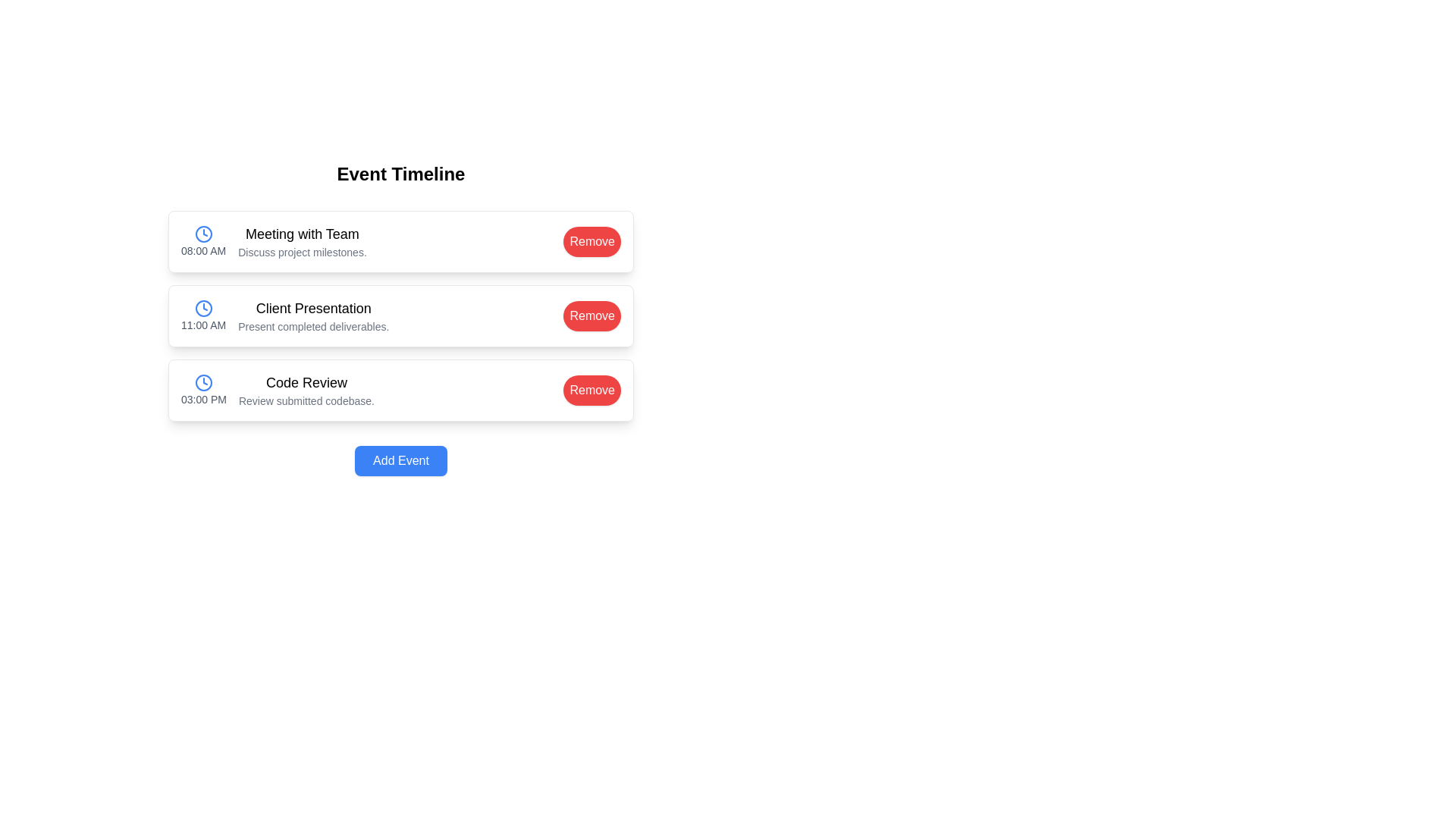 The width and height of the screenshot is (1456, 819). Describe the element at coordinates (312, 308) in the screenshot. I see `the text label that serves as the title or main identifier of the event card located in the second card of the event timeline list` at that location.